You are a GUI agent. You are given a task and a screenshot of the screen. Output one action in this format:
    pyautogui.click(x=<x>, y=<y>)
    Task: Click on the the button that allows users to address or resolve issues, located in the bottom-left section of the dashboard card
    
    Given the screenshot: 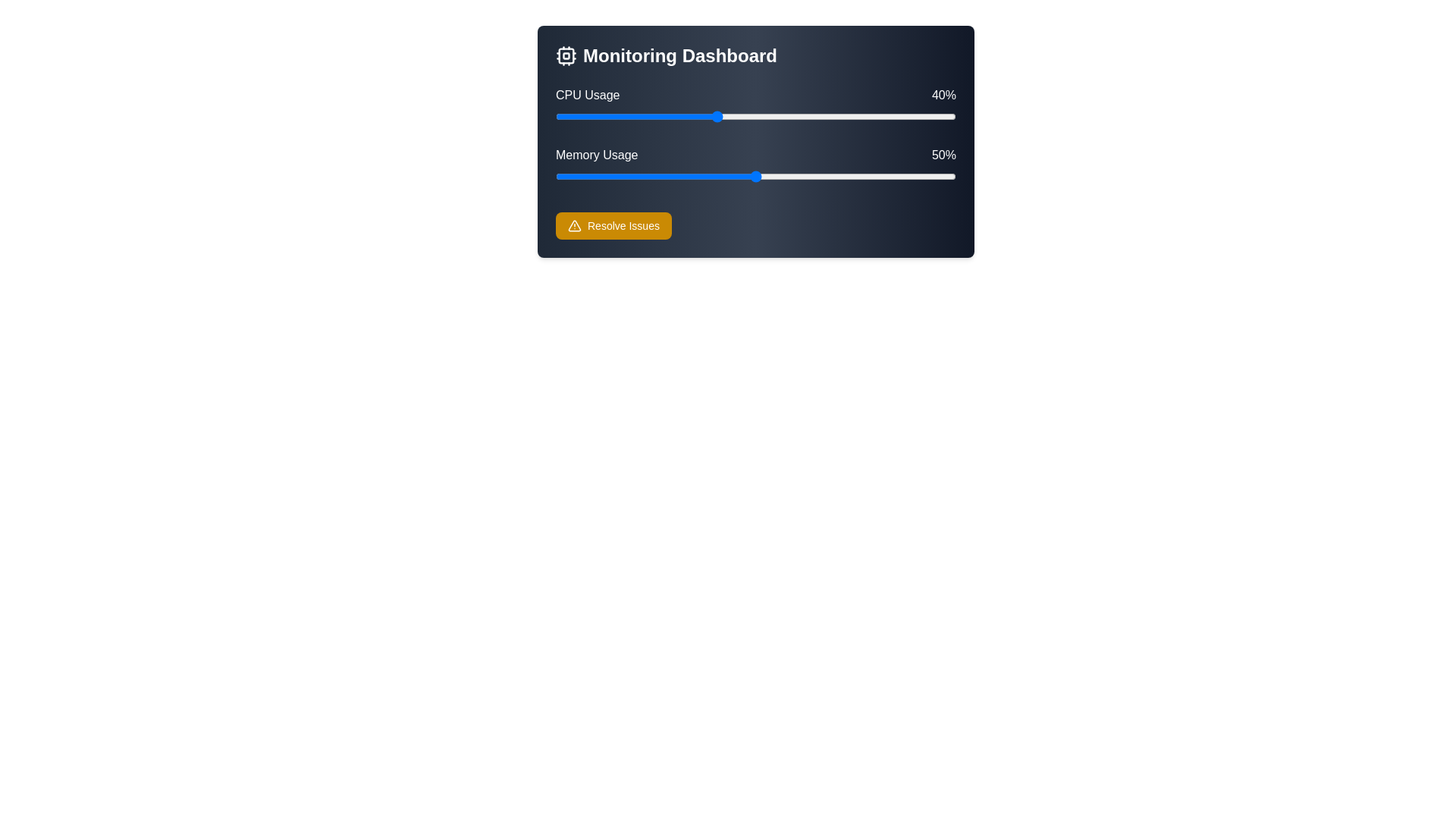 What is the action you would take?
    pyautogui.click(x=613, y=225)
    